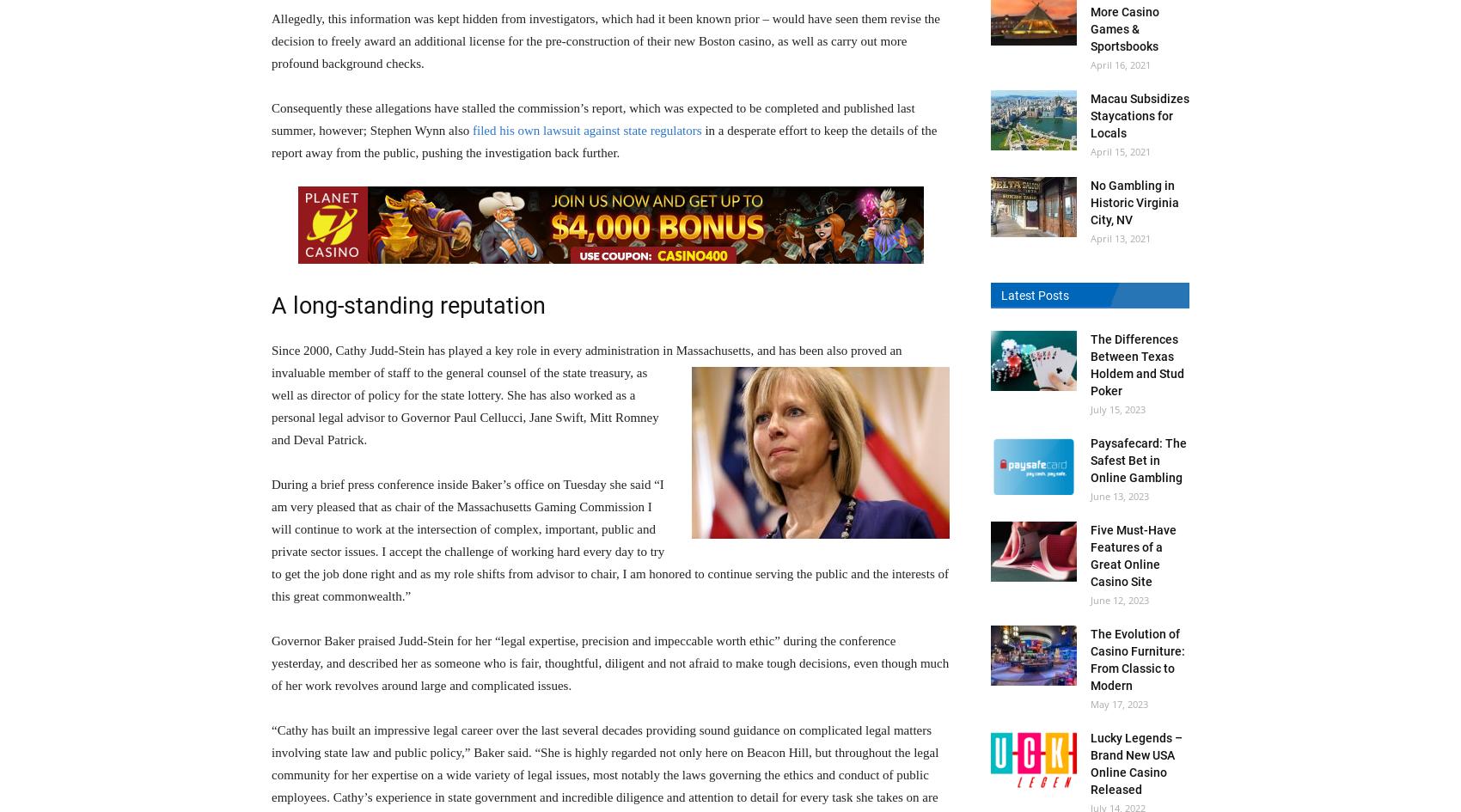  I want to click on 'Since 2000, Cathy Judd-Stein has played a key role in every administration in', so click(472, 350).